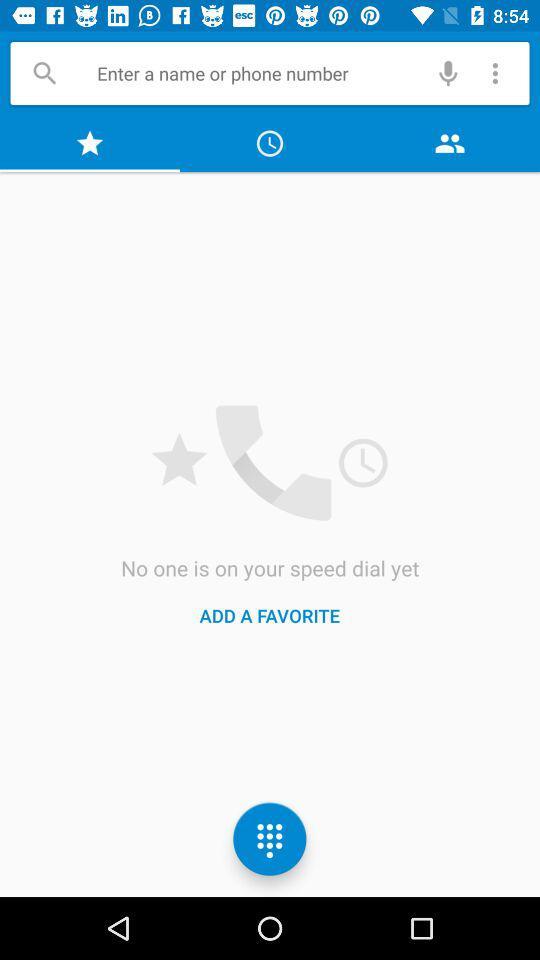  Describe the element at coordinates (270, 839) in the screenshot. I see `the dialpad icon` at that location.